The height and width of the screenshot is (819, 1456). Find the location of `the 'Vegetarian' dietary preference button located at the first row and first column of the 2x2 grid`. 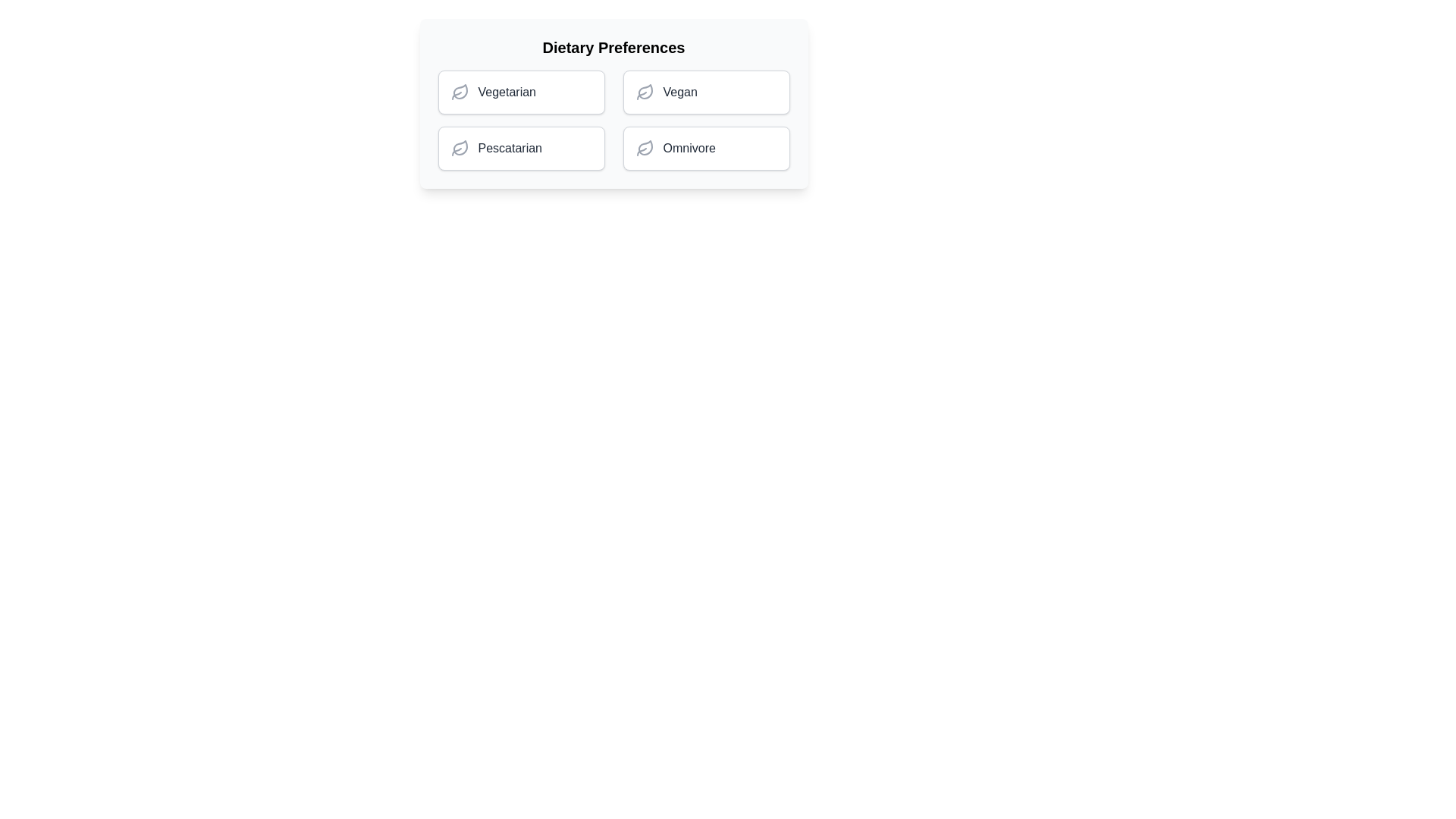

the 'Vegetarian' dietary preference button located at the first row and first column of the 2x2 grid is located at coordinates (521, 93).